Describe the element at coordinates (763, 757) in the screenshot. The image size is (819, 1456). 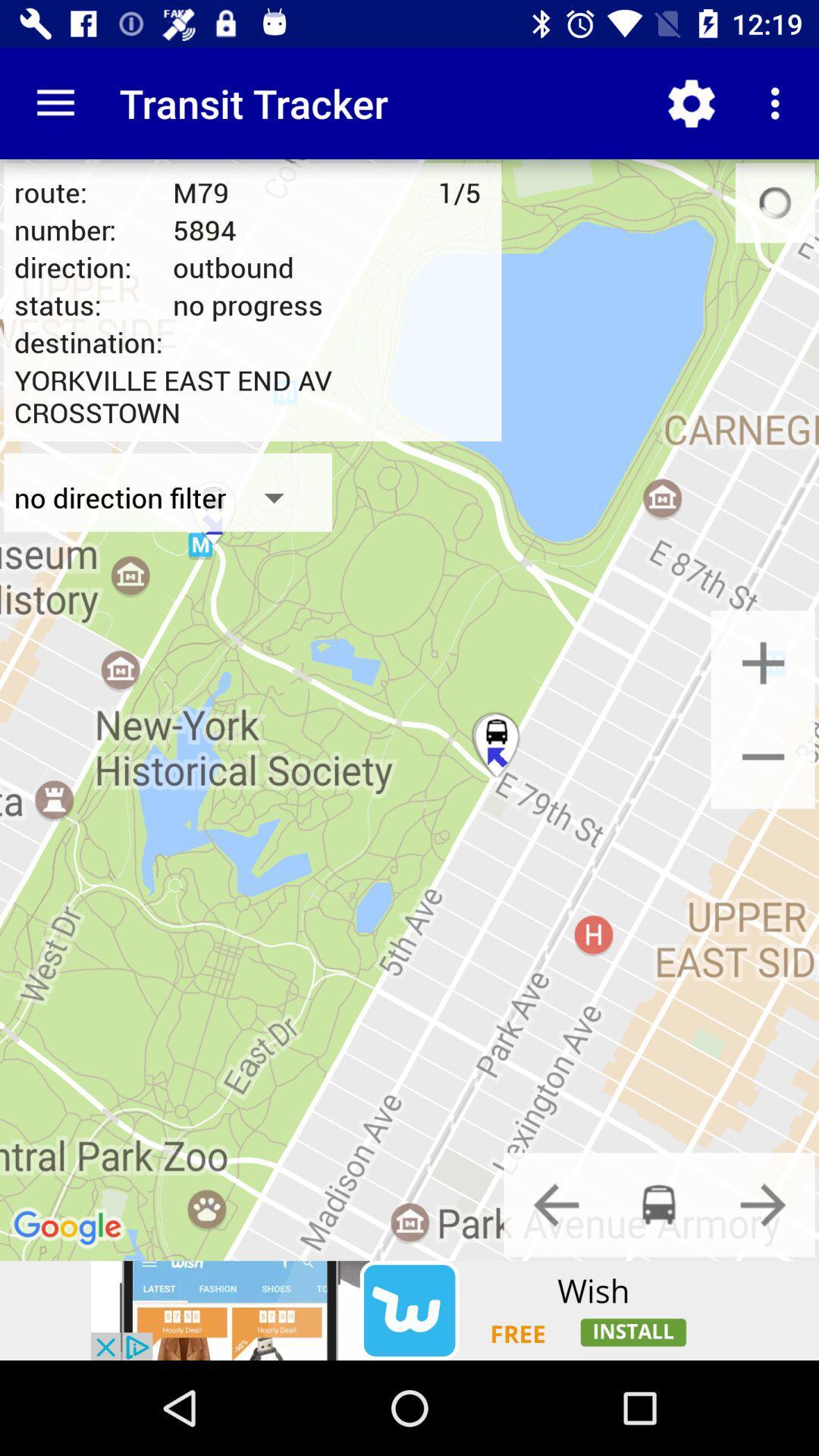
I see `sign` at that location.